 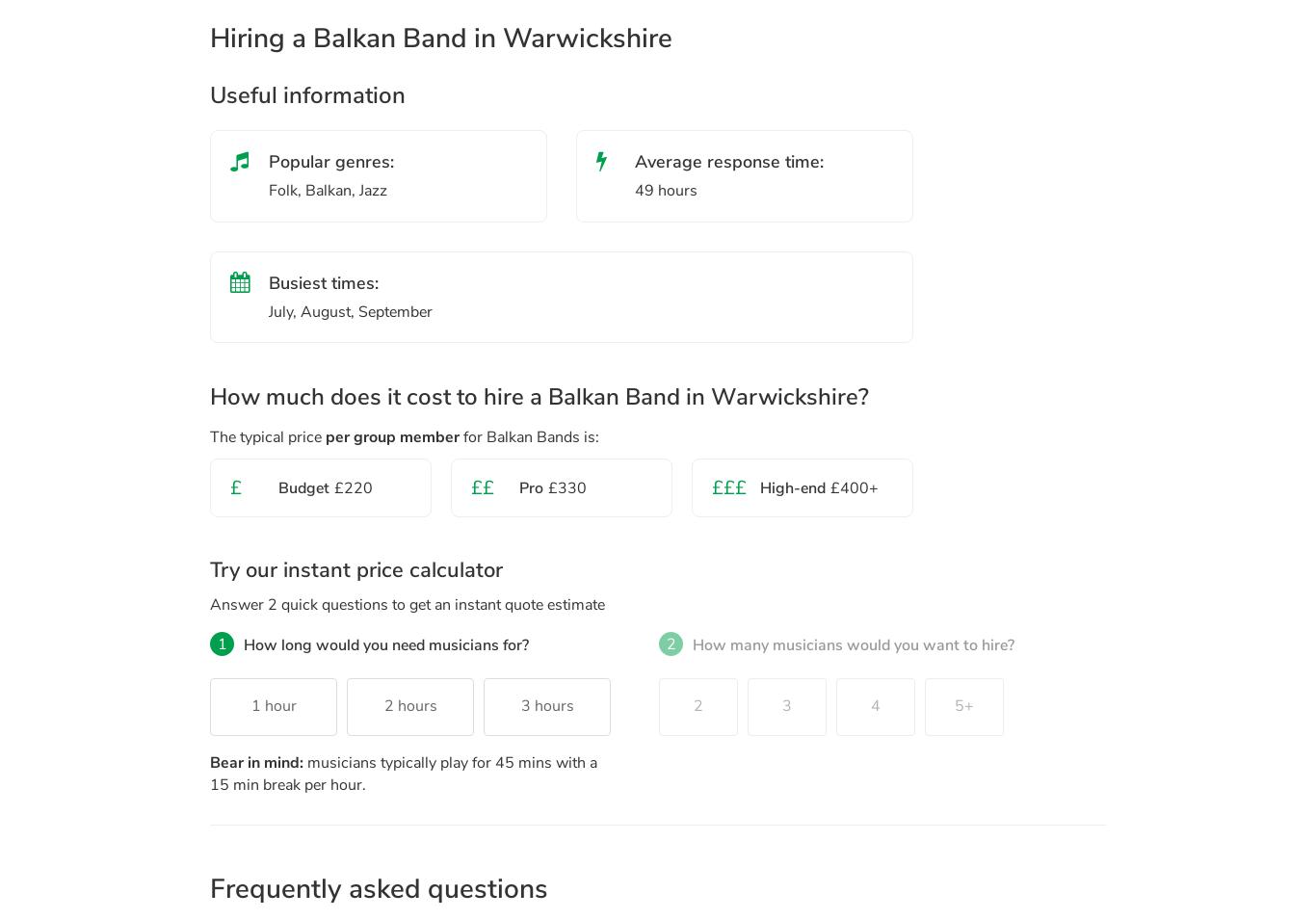 What do you see at coordinates (852, 643) in the screenshot?
I see `'How many musicians would you want to hire?'` at bounding box center [852, 643].